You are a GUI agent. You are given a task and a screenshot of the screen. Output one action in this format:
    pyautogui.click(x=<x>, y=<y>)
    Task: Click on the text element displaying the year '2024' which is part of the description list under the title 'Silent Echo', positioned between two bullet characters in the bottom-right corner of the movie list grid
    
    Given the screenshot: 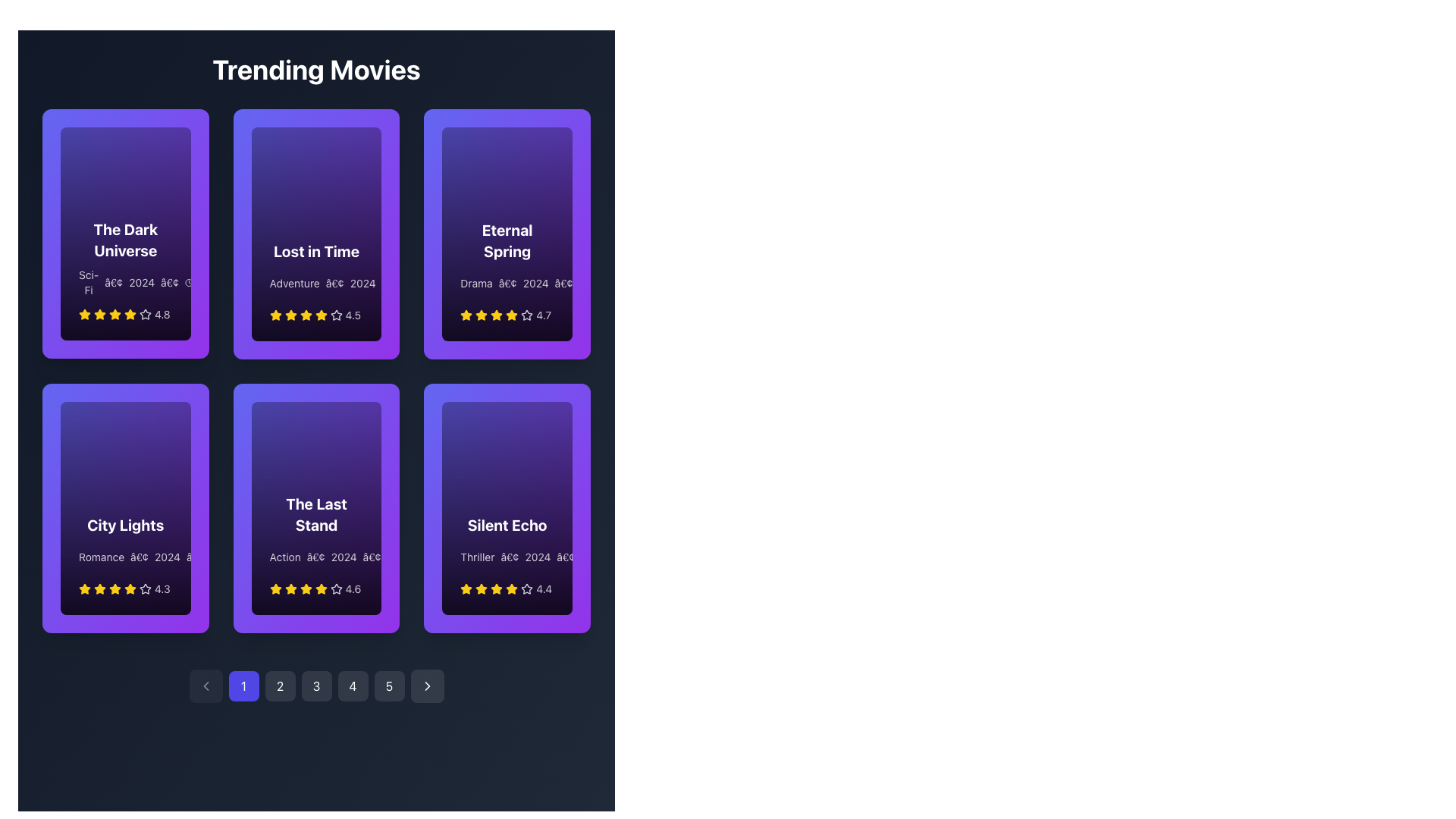 What is the action you would take?
    pyautogui.click(x=538, y=557)
    